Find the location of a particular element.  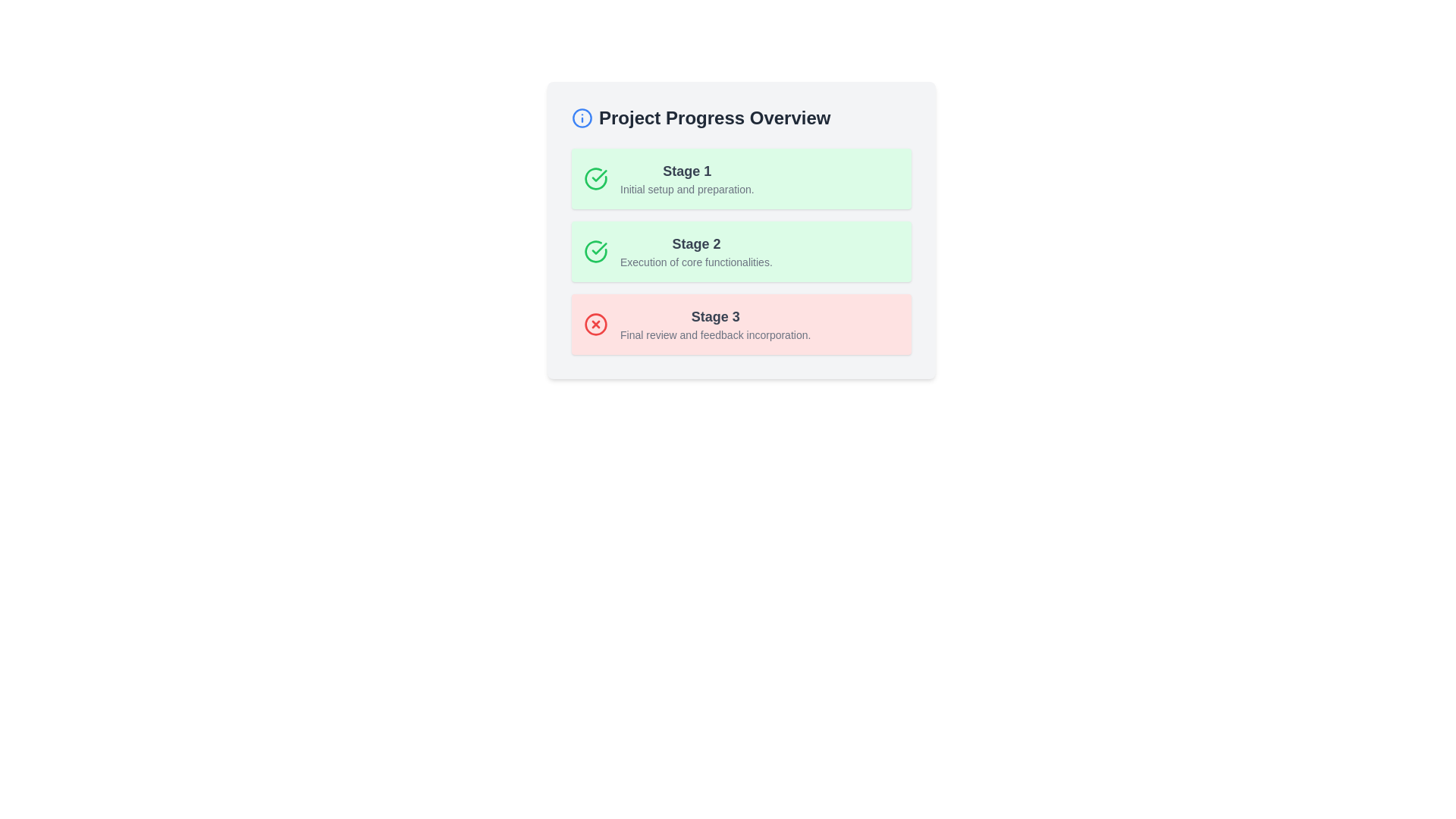

the green circular icon with a checkmark located to the left of the text 'Stage 2 Execution of core functionalities' in the 'Project Progress Overview' section is located at coordinates (595, 250).